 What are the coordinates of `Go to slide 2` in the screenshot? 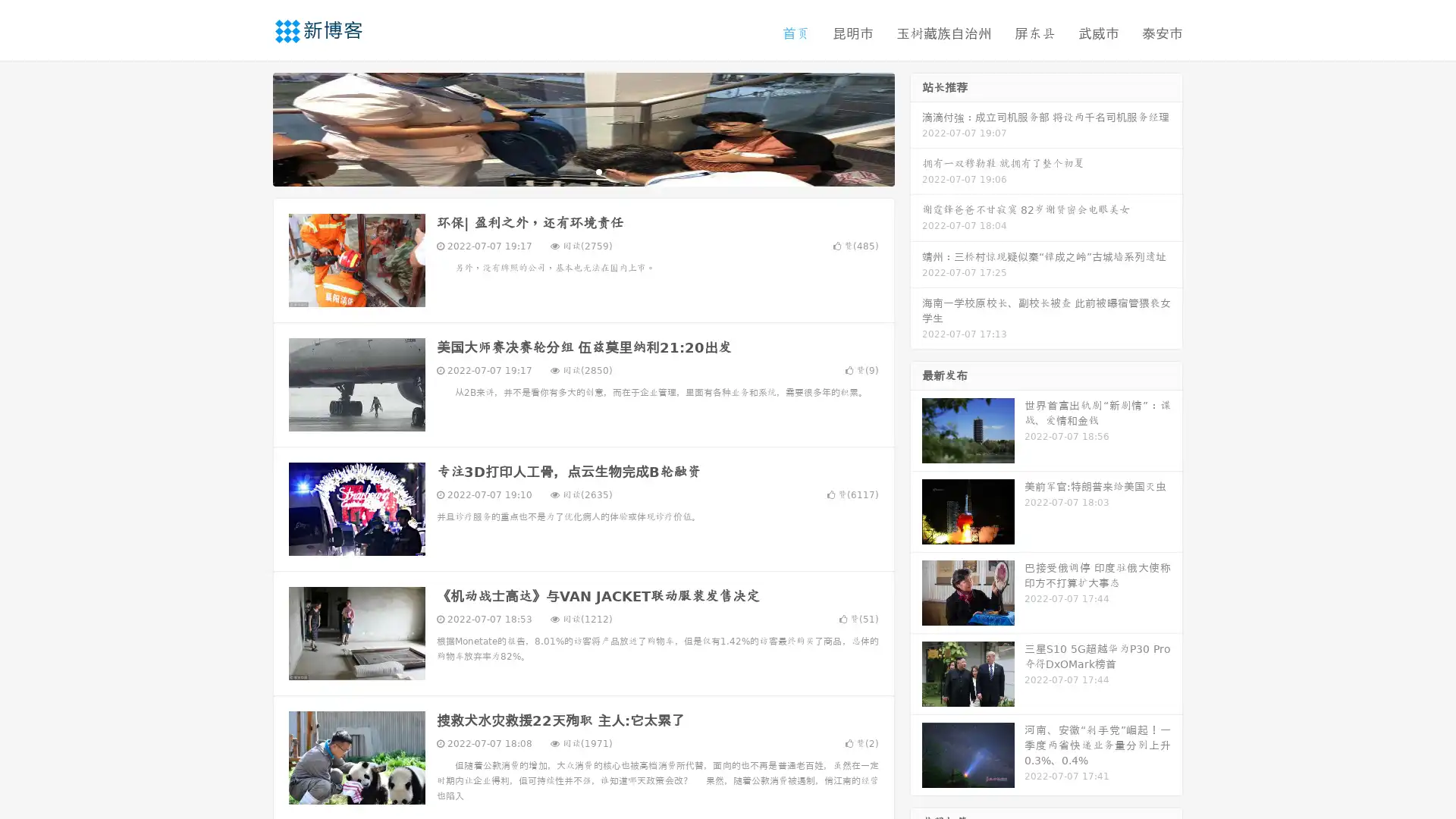 It's located at (582, 171).